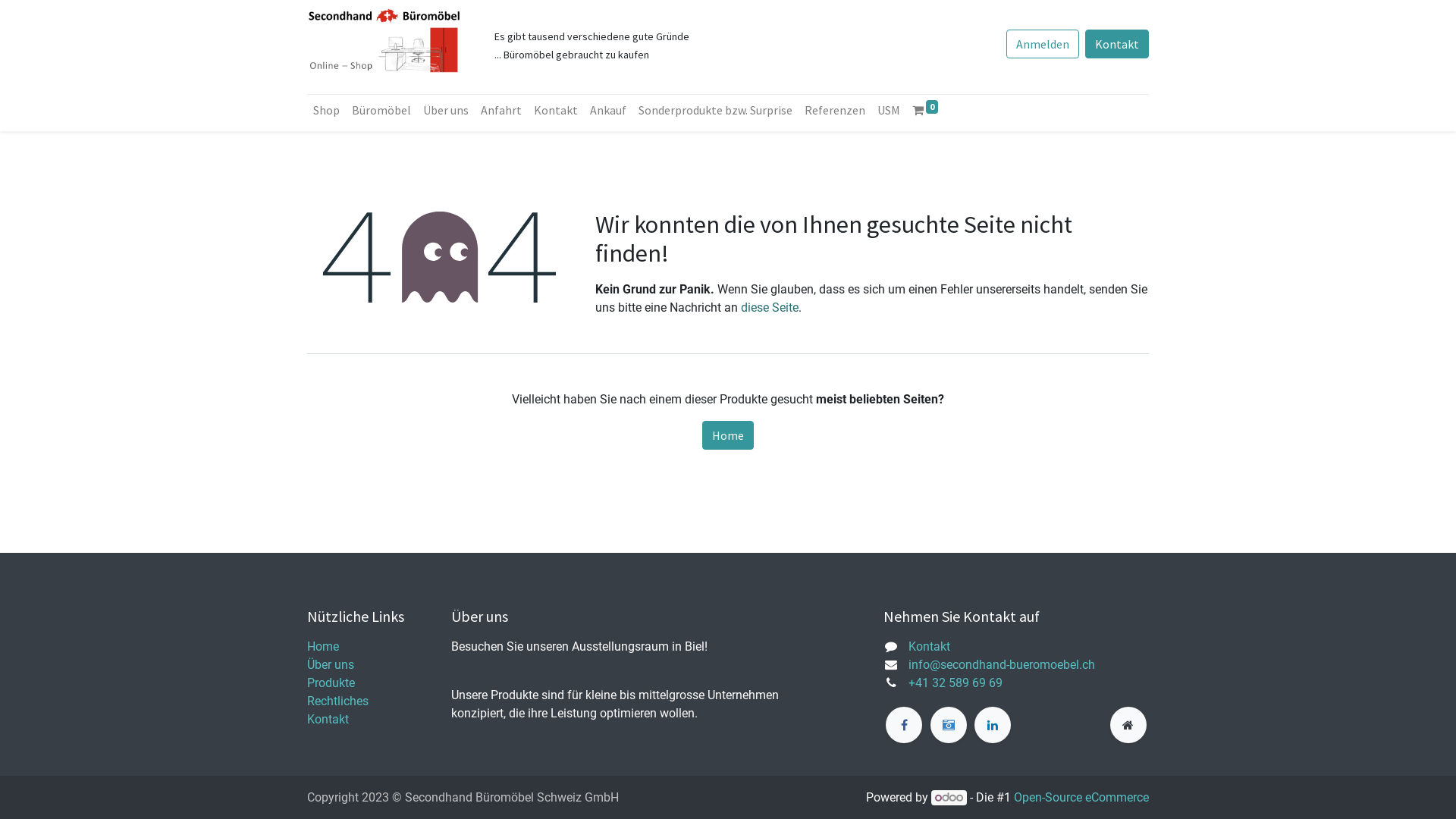 Image resolution: width=1456 pixels, height=819 pixels. I want to click on '+41 32 589 69 69', so click(908, 682).